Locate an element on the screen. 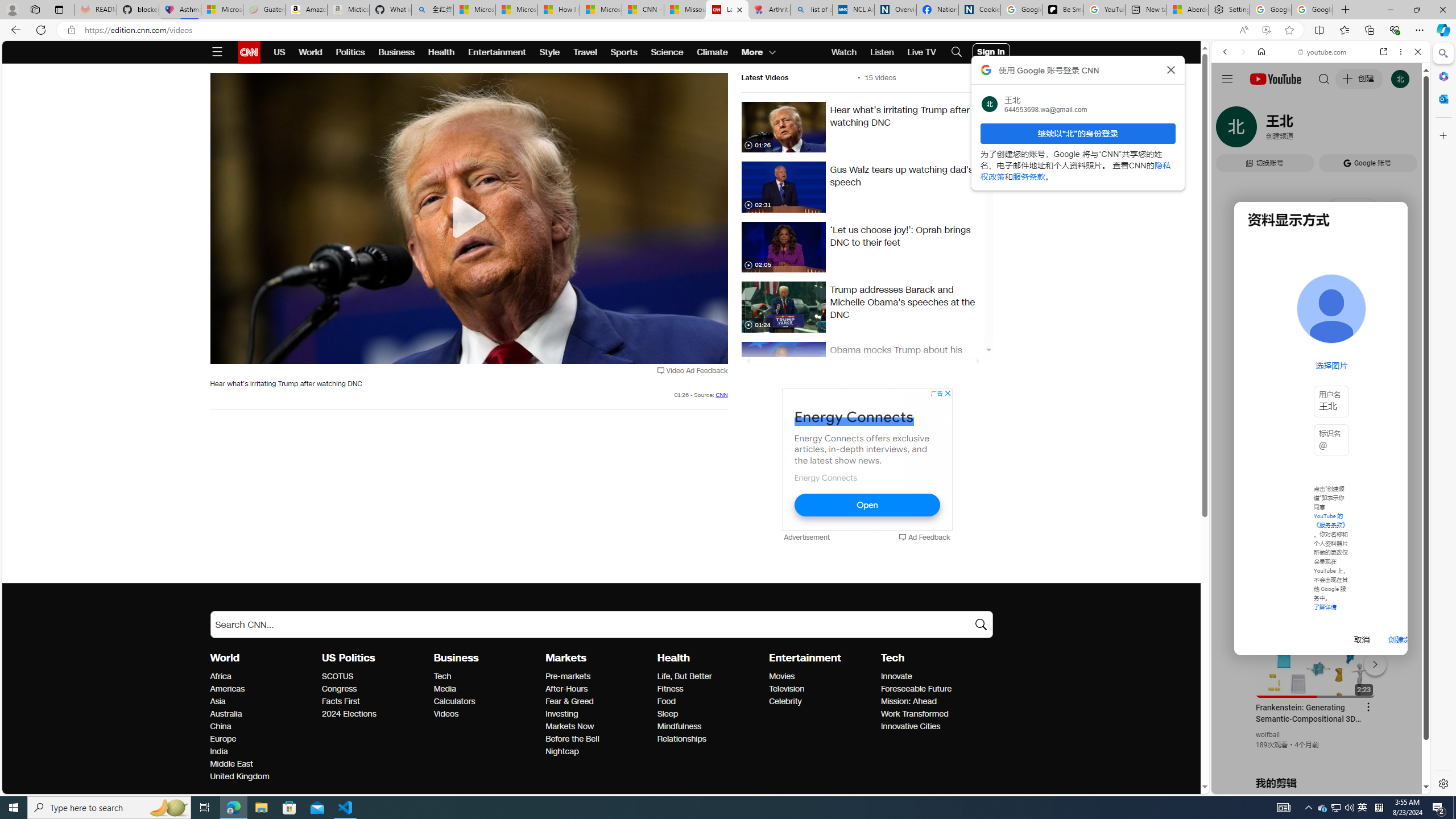 This screenshot has width=1456, height=819. 'Markets After-Hours' is located at coordinates (566, 688).